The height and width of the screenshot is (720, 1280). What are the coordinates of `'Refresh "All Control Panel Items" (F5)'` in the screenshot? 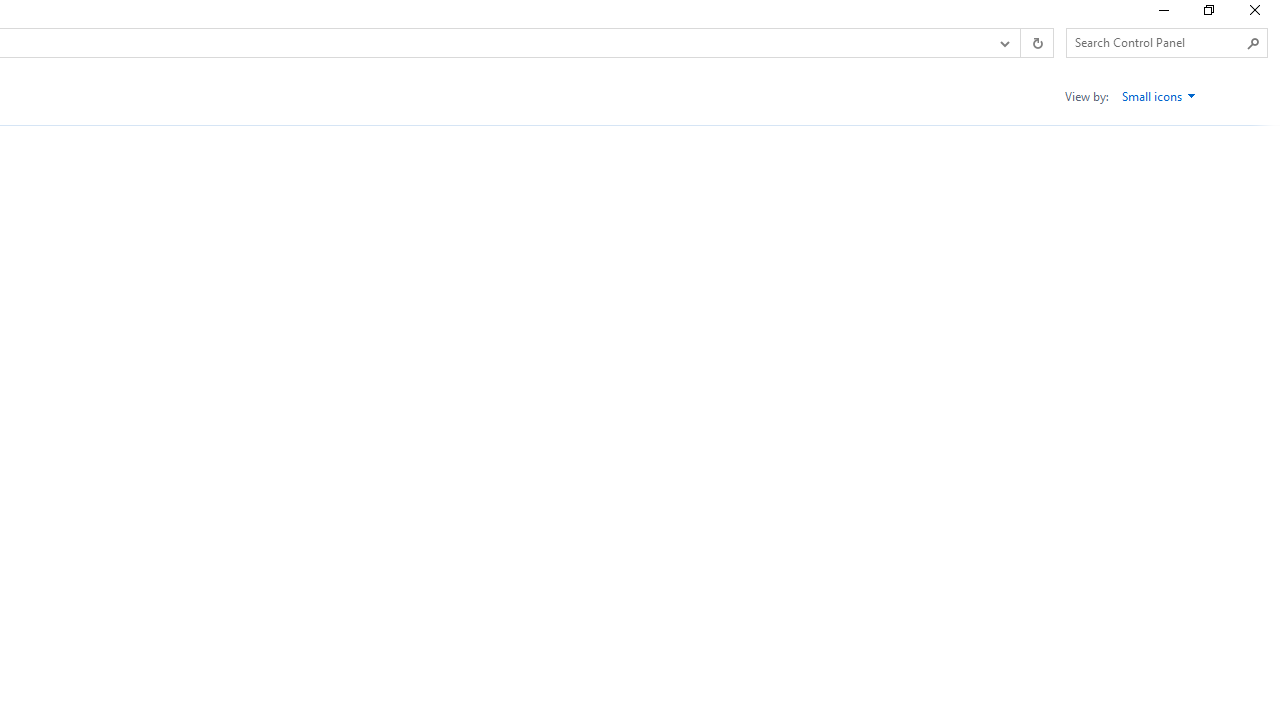 It's located at (1036, 43).